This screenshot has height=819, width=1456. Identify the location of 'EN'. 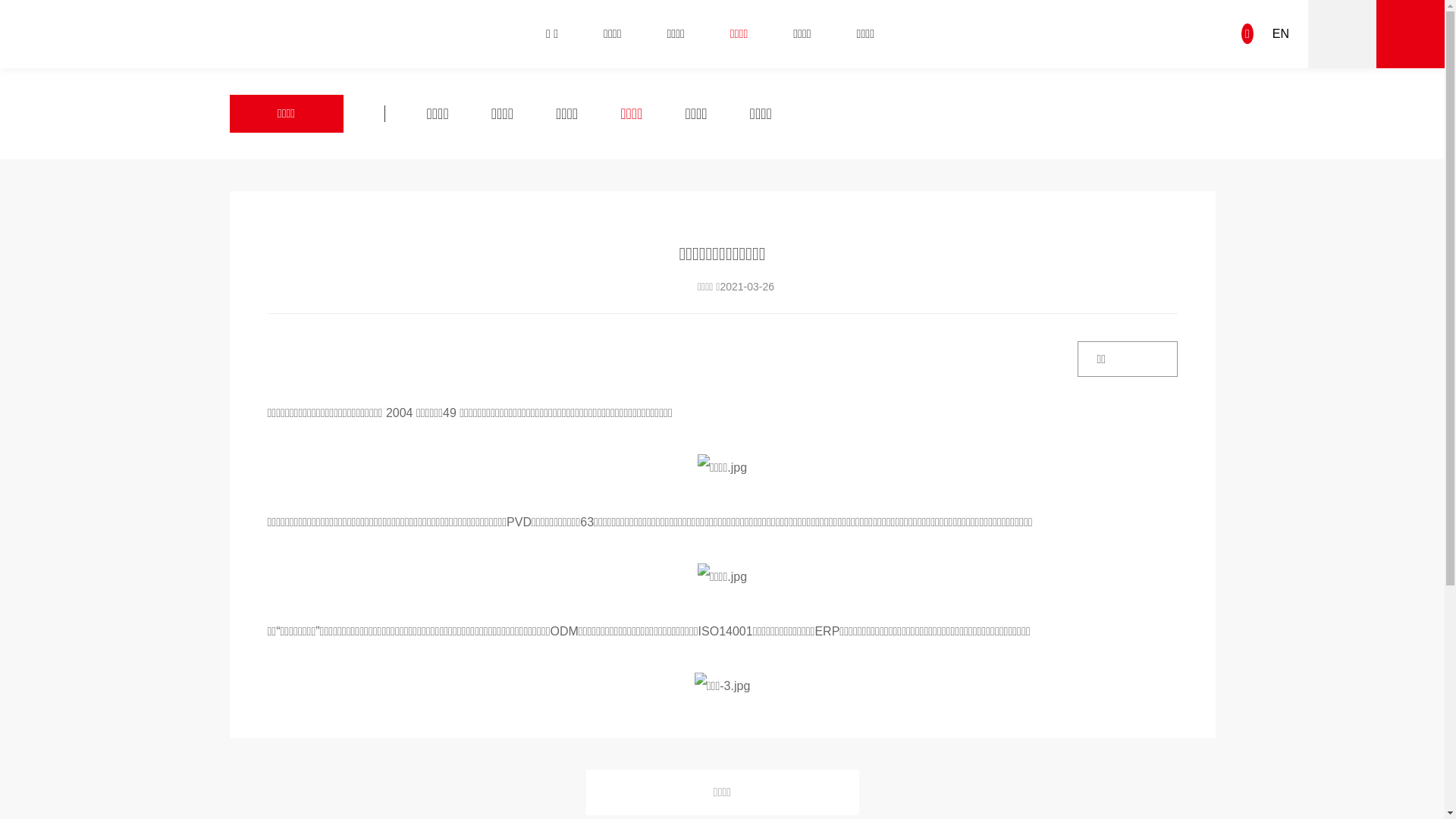
(1280, 33).